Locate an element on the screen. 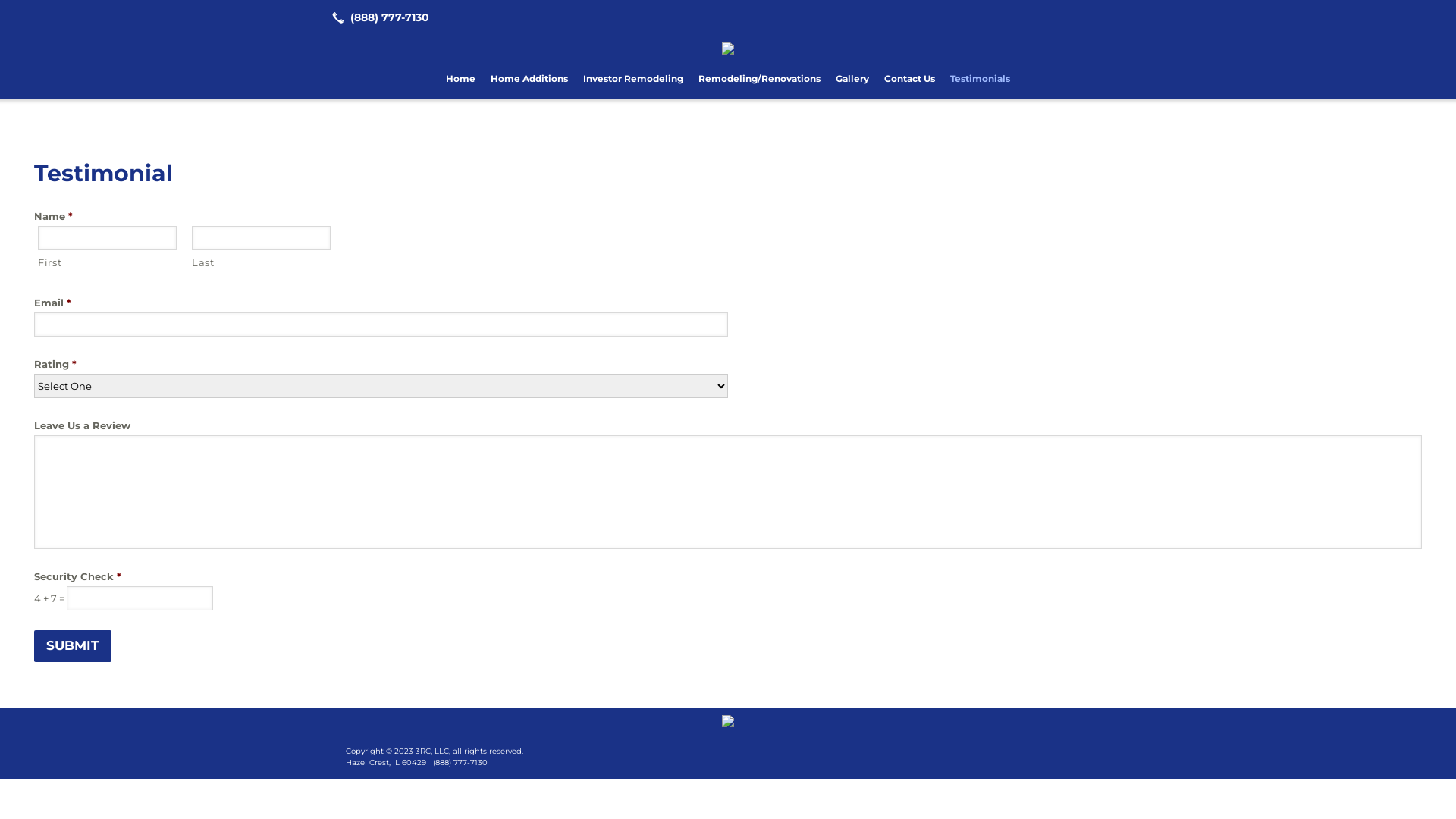  'Home Additions' is located at coordinates (482, 79).